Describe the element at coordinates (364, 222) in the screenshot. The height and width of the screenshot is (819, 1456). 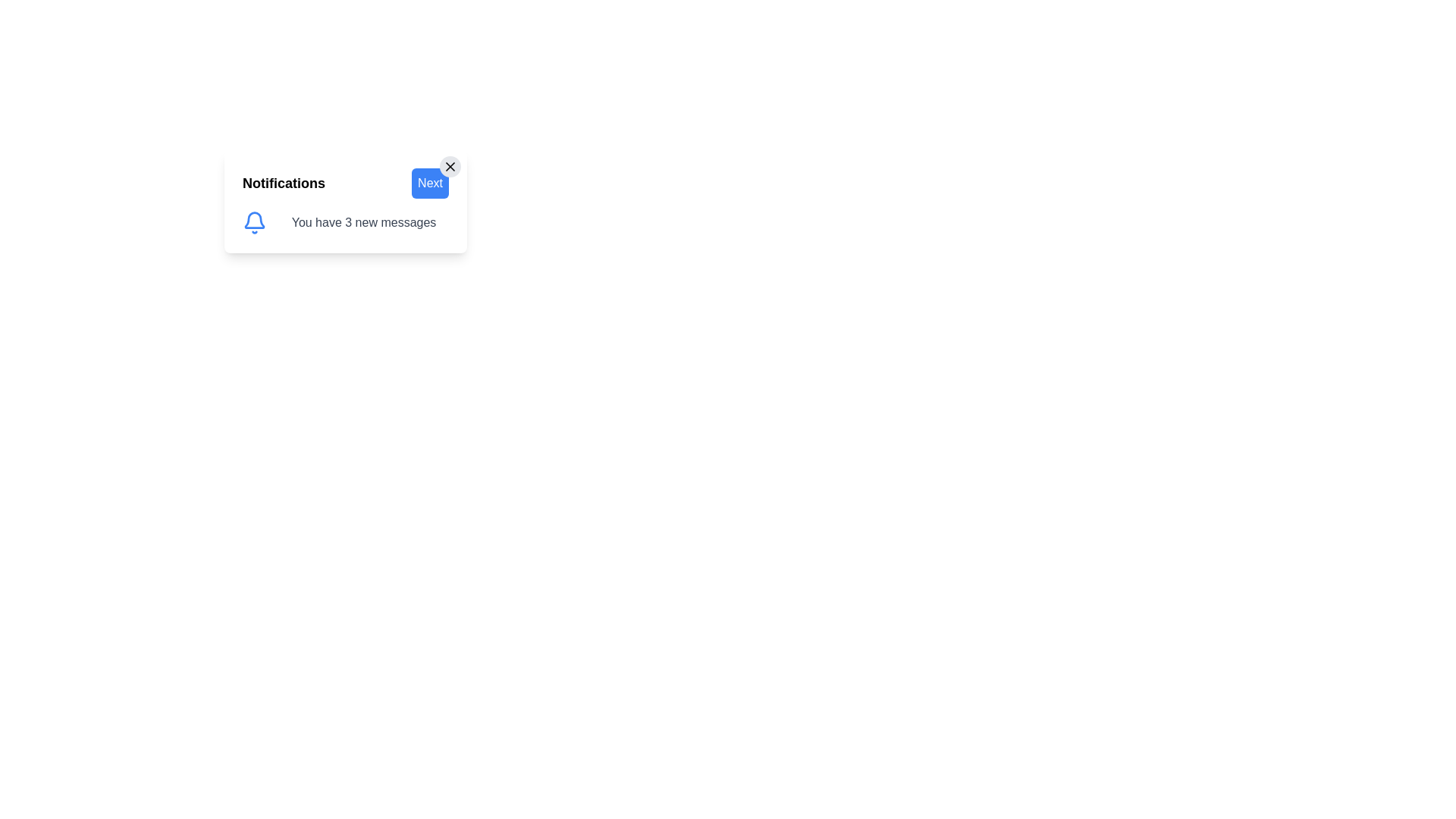
I see `message displayed in the gray text label that says 'You have 3 new messages', located on a white card interface near the notification bell icon` at that location.